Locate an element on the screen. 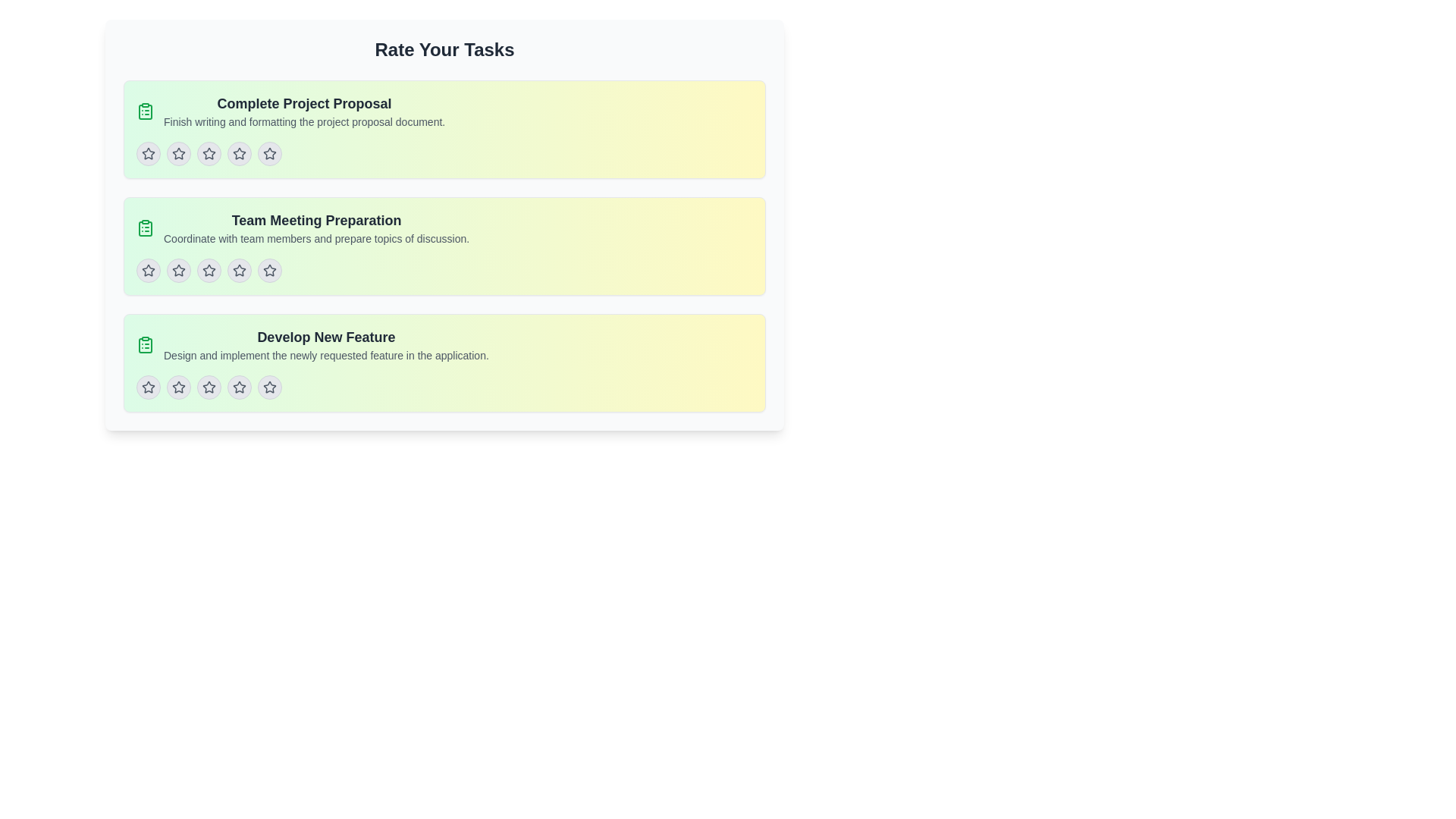 The height and width of the screenshot is (819, 1456). the fourth star icon in the horizontal row of five icons to rate the task 'Develop New Feature' is located at coordinates (208, 386).